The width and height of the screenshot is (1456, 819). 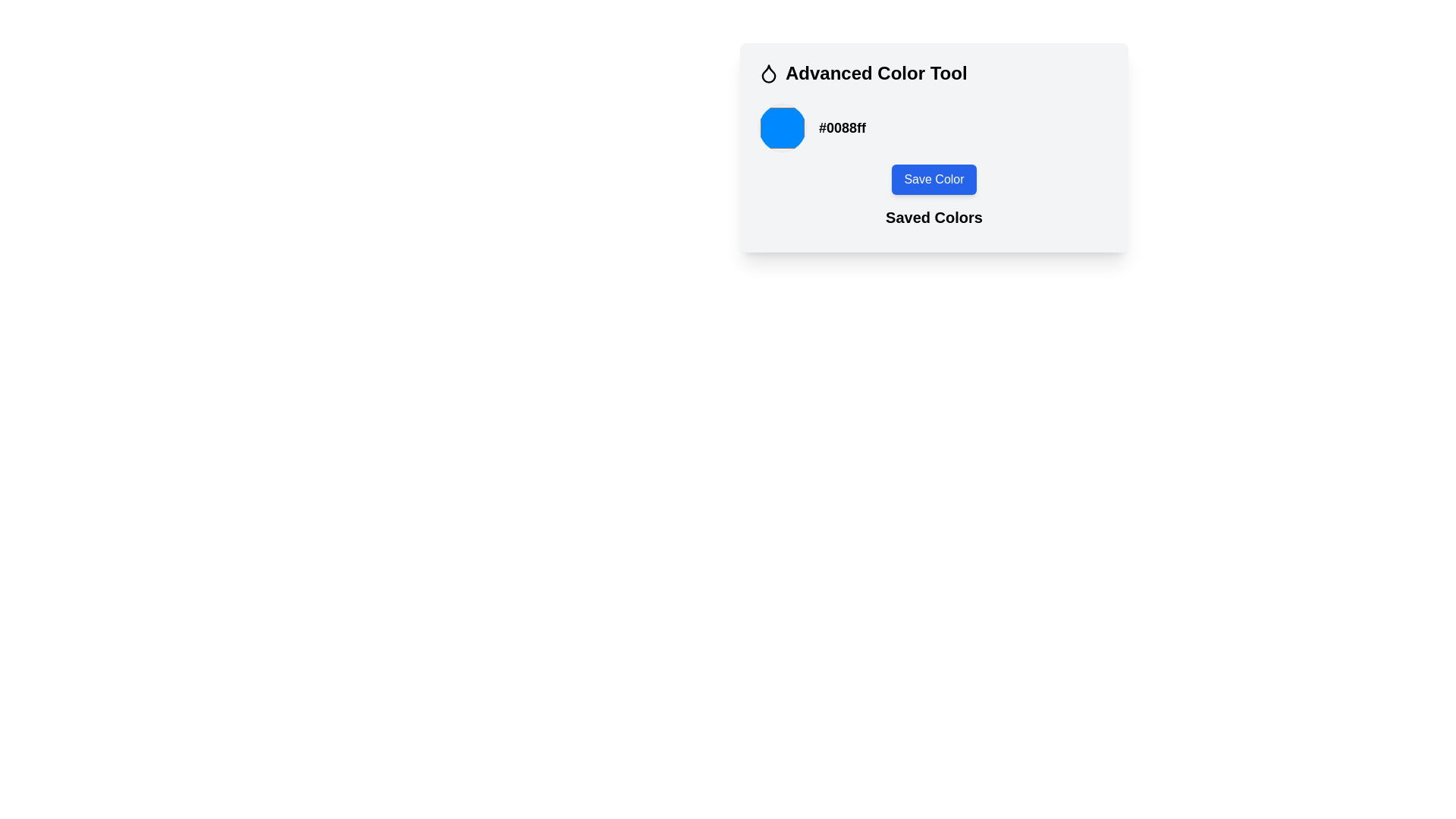 I want to click on the rounded rectangular button with a blue background and white text that says 'Save Color', so click(x=934, y=178).